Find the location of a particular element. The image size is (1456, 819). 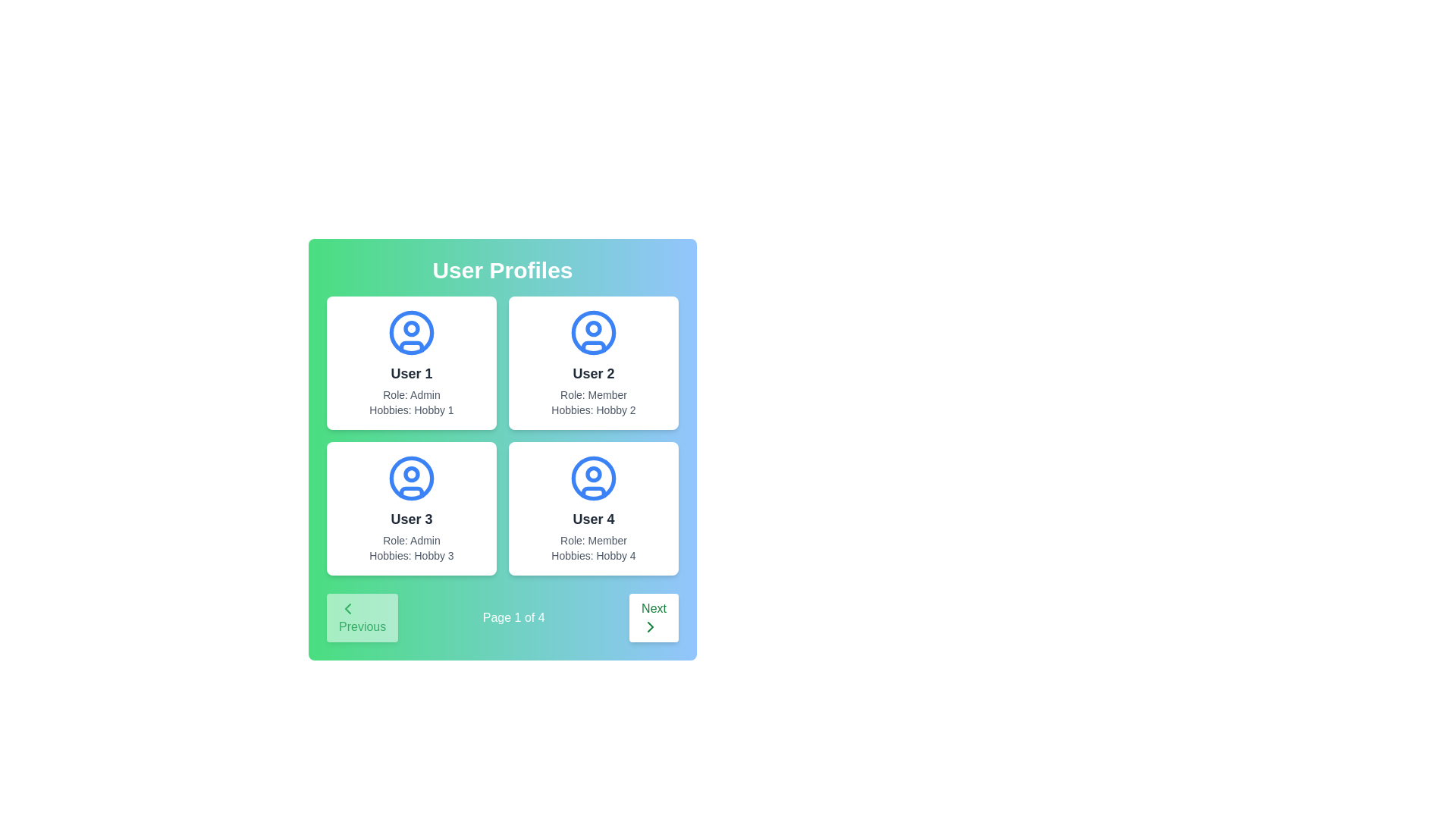

the text label displaying 'User 1' in a bold, dark gray font, which is positioned beneath the circular user icon in the first user profile card is located at coordinates (411, 374).